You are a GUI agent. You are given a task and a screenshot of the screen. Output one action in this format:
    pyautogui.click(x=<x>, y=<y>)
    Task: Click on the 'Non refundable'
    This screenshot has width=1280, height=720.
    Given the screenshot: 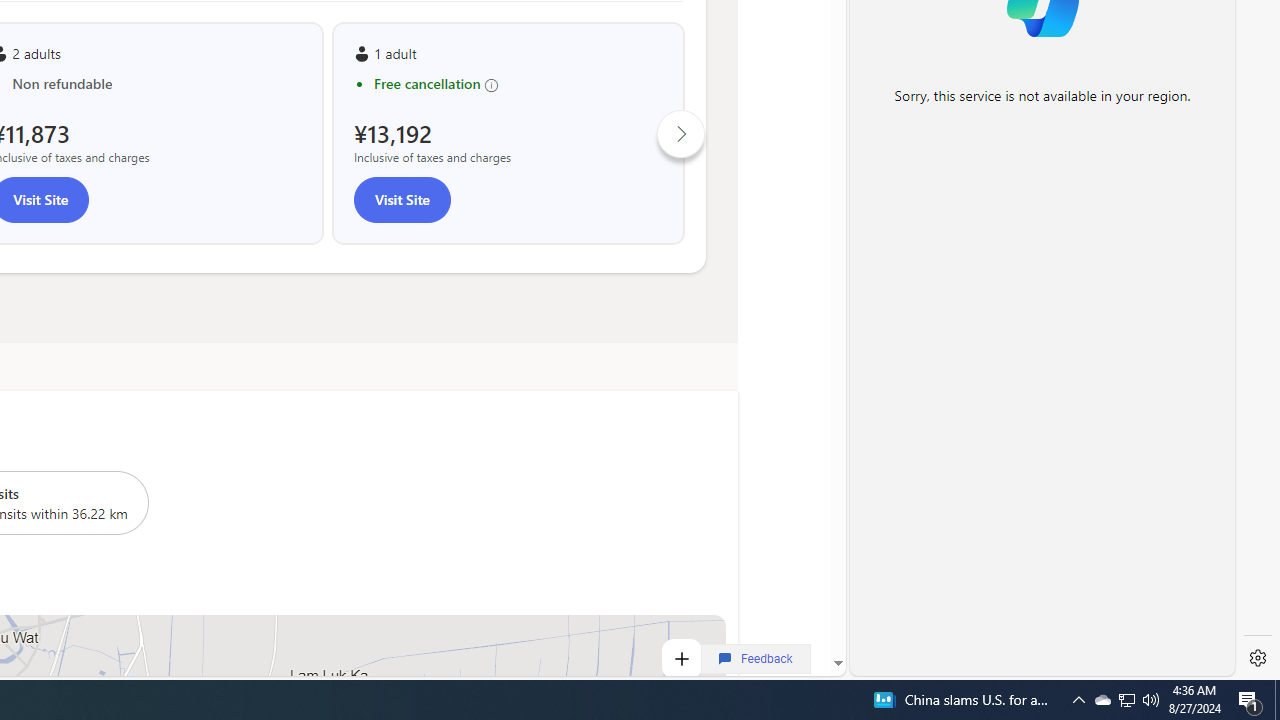 What is the action you would take?
    pyautogui.click(x=155, y=82)
    